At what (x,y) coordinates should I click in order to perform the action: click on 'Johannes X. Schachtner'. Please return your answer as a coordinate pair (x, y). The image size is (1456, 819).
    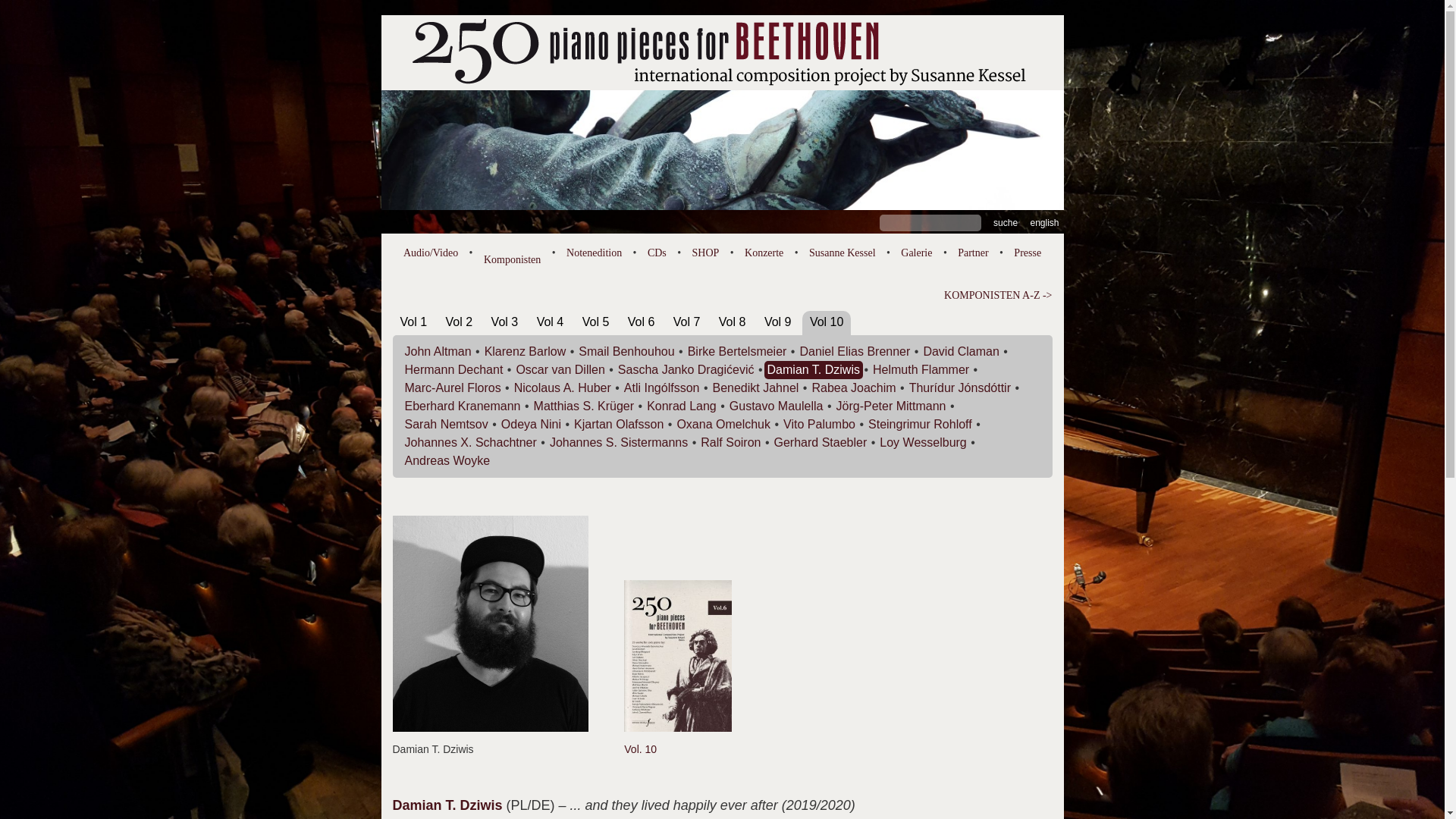
    Looking at the image, I should click on (469, 442).